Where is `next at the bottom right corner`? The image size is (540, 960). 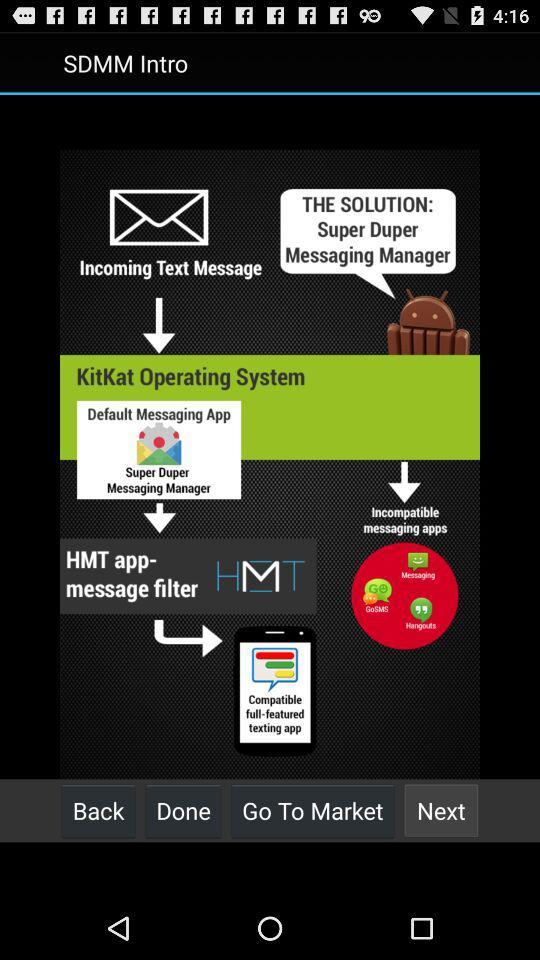
next at the bottom right corner is located at coordinates (441, 810).